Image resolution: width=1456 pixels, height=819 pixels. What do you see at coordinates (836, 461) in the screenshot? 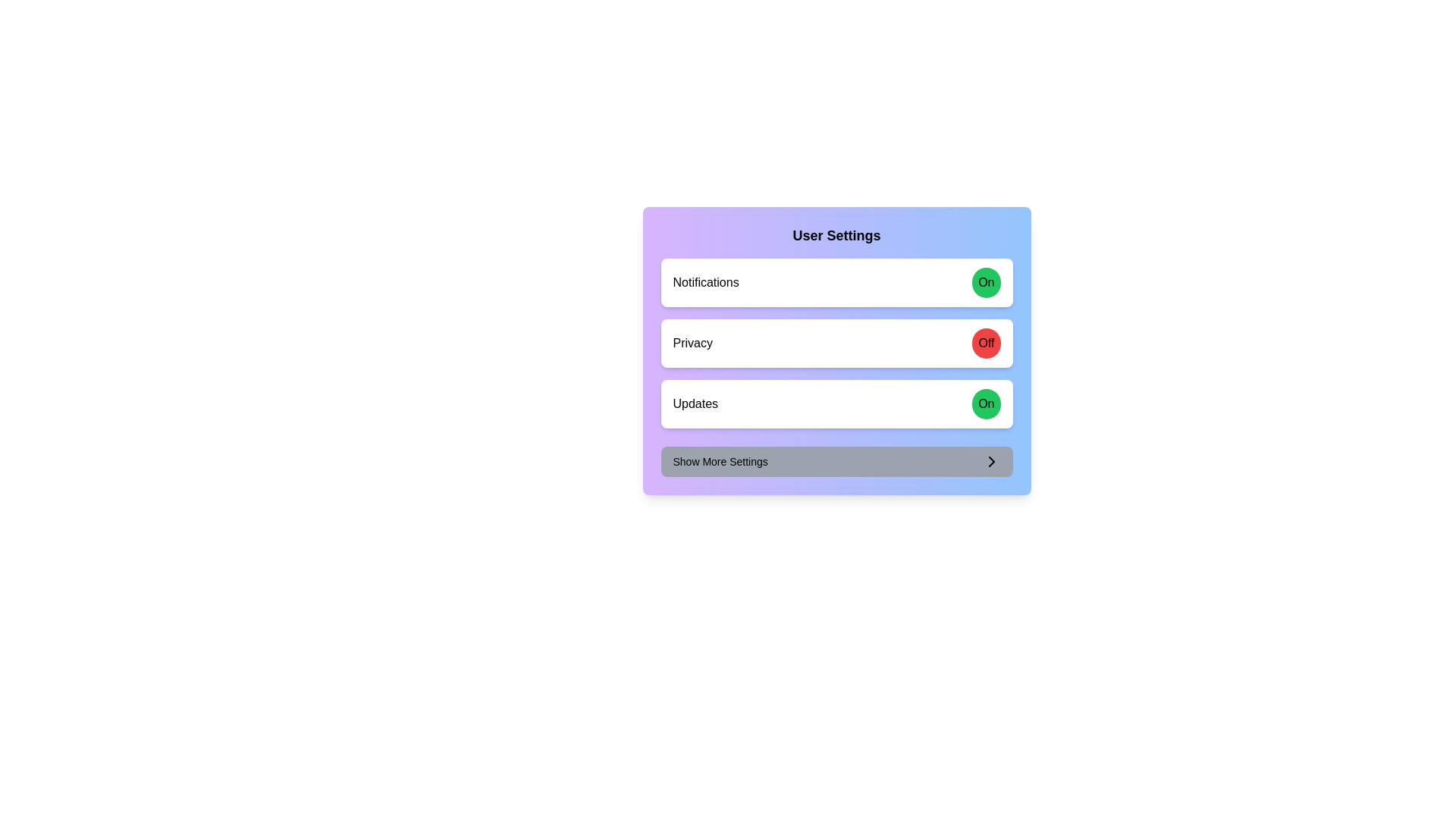
I see `the 'Show More Settings' button to expand or collapse the additional settings section` at bounding box center [836, 461].